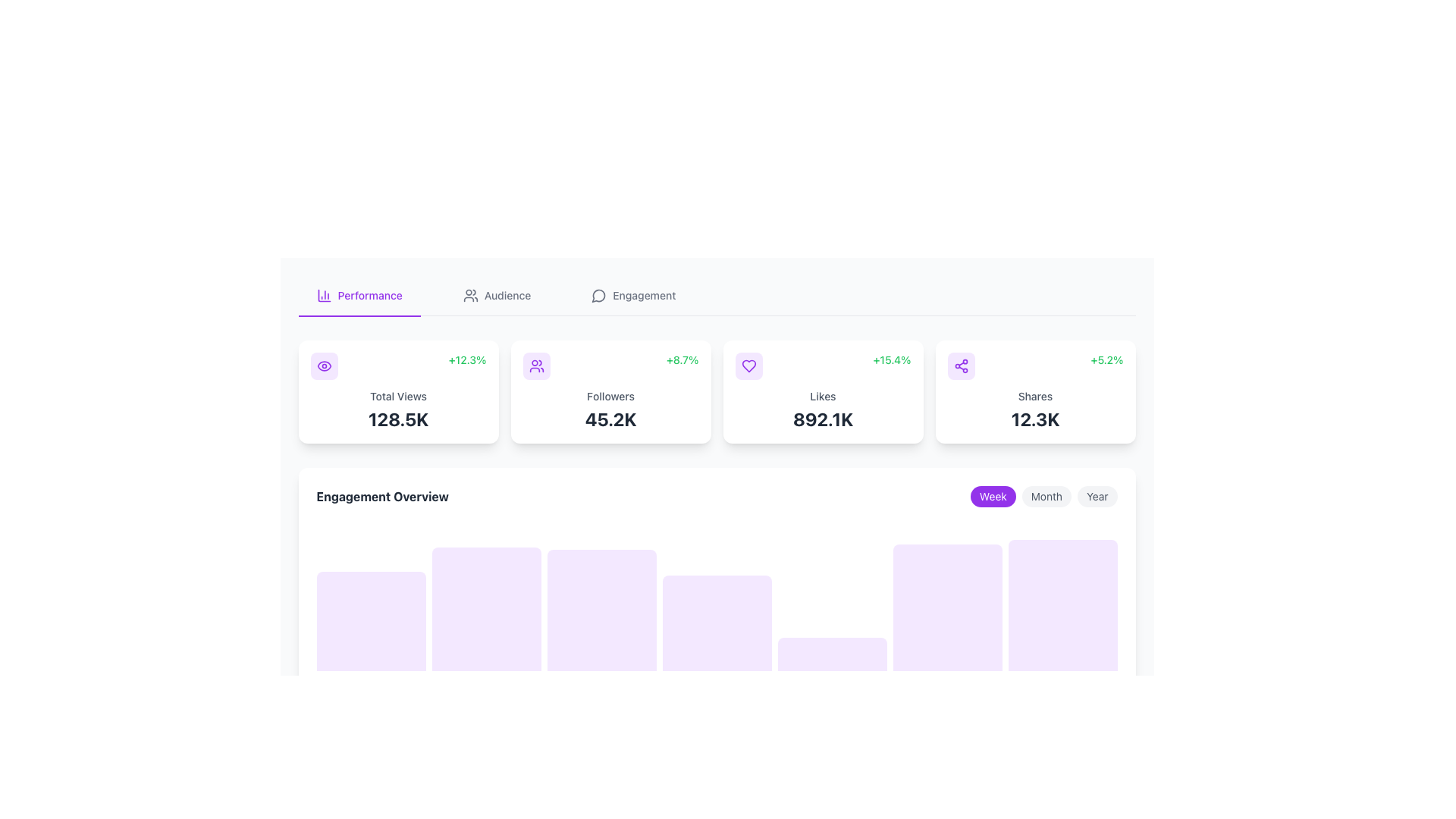 The image size is (1456, 819). Describe the element at coordinates (536, 366) in the screenshot. I see `the purple-colored icon depicting two user silhouettes located in the second panel, which is positioned between the 'Total Views' card and the 'Likes' card` at that location.